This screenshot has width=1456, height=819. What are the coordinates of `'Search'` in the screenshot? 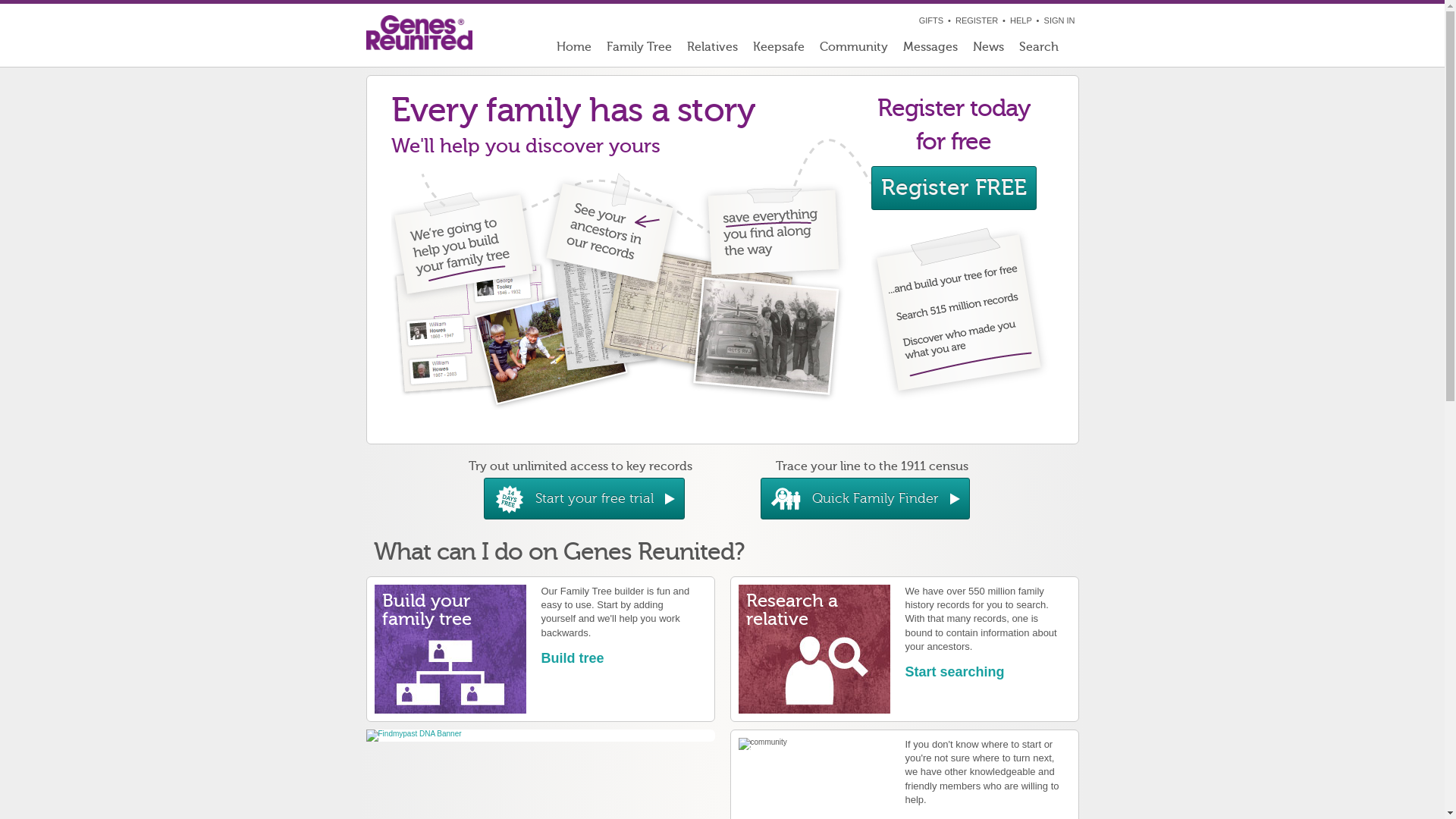 It's located at (1044, 49).